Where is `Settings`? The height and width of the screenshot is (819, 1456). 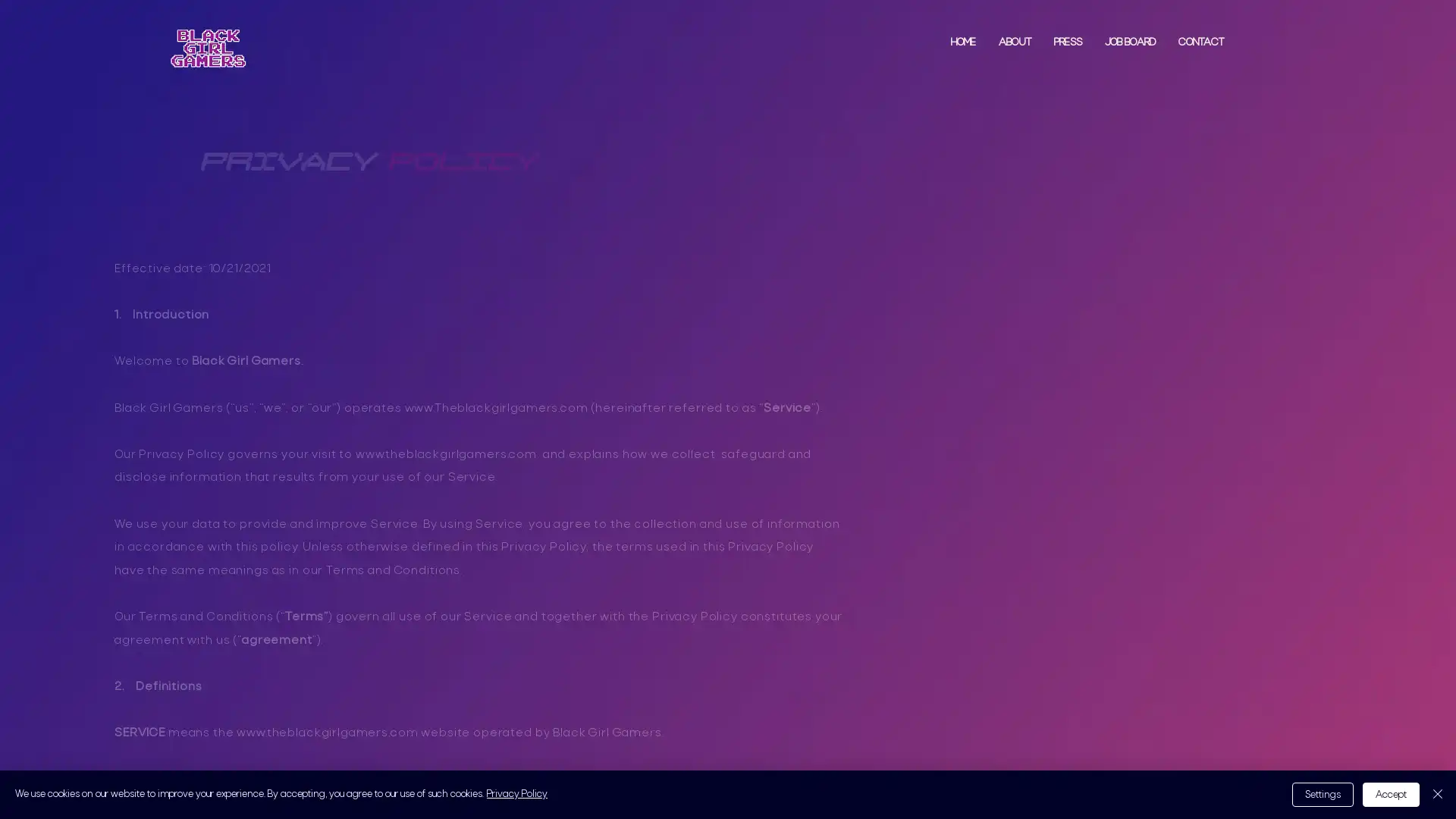
Settings is located at coordinates (1322, 794).